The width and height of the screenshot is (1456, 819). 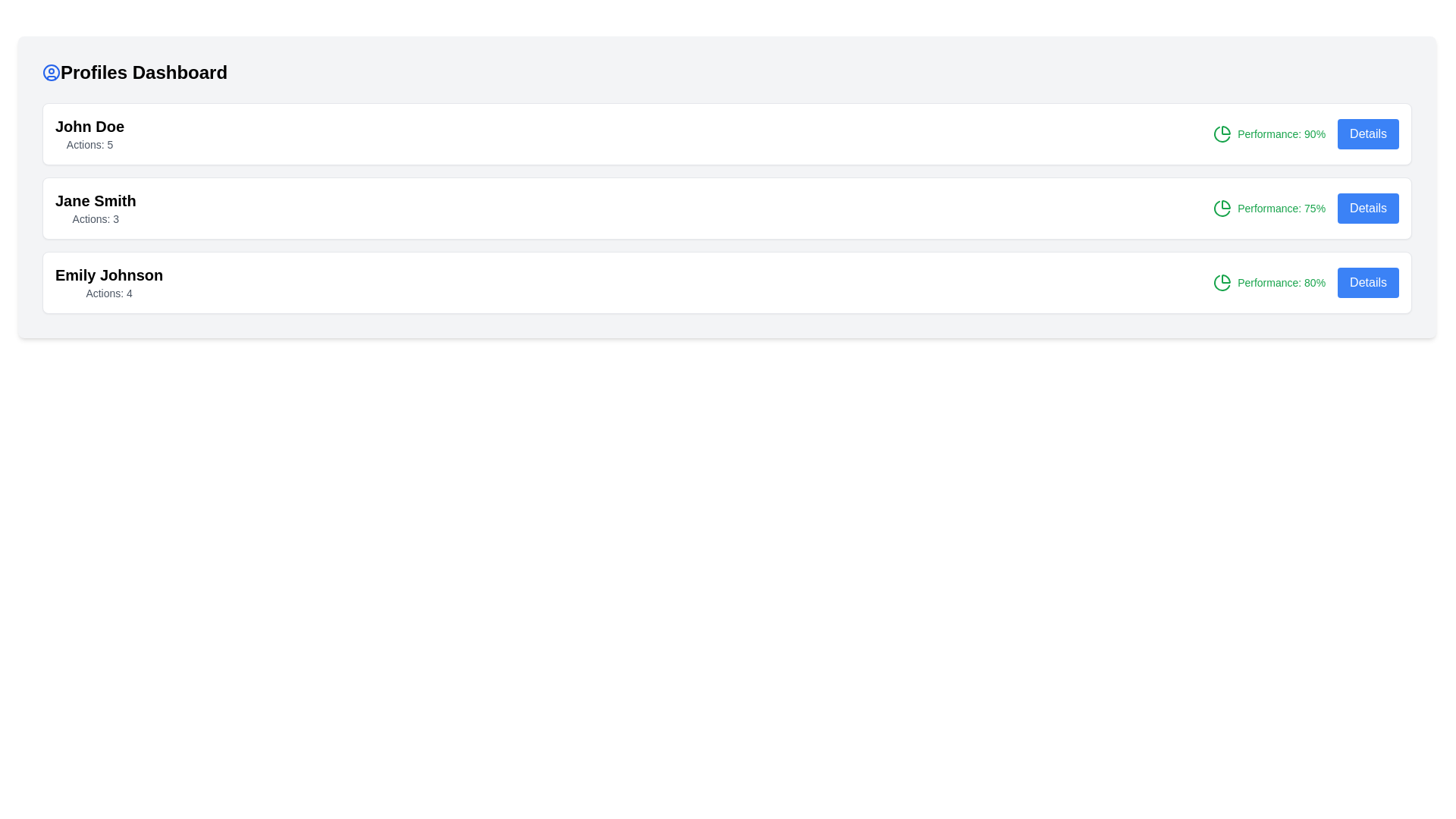 I want to click on the profile icon located to the left of the 'Profiles Dashboard' text in the dashboard section, so click(x=51, y=73).